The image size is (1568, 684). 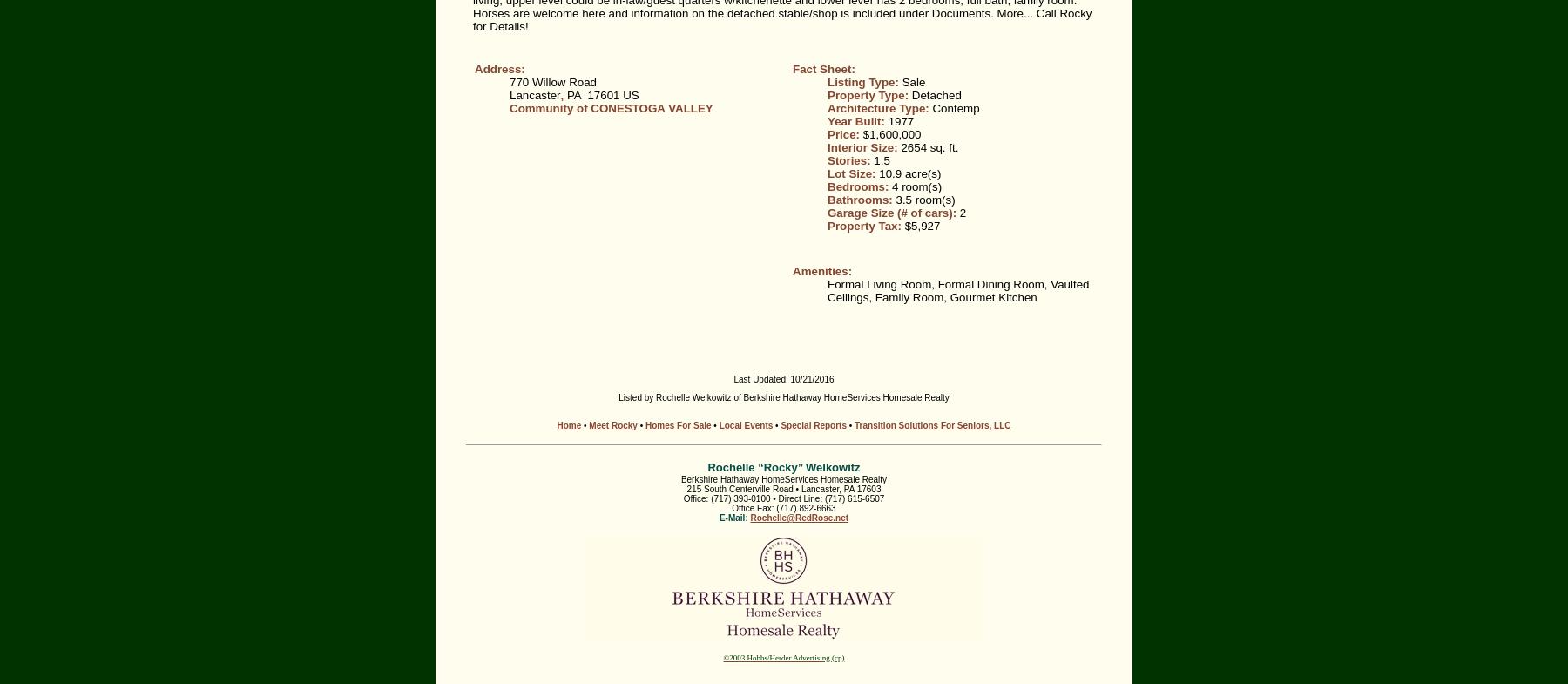 What do you see at coordinates (844, 133) in the screenshot?
I see `'Price:'` at bounding box center [844, 133].